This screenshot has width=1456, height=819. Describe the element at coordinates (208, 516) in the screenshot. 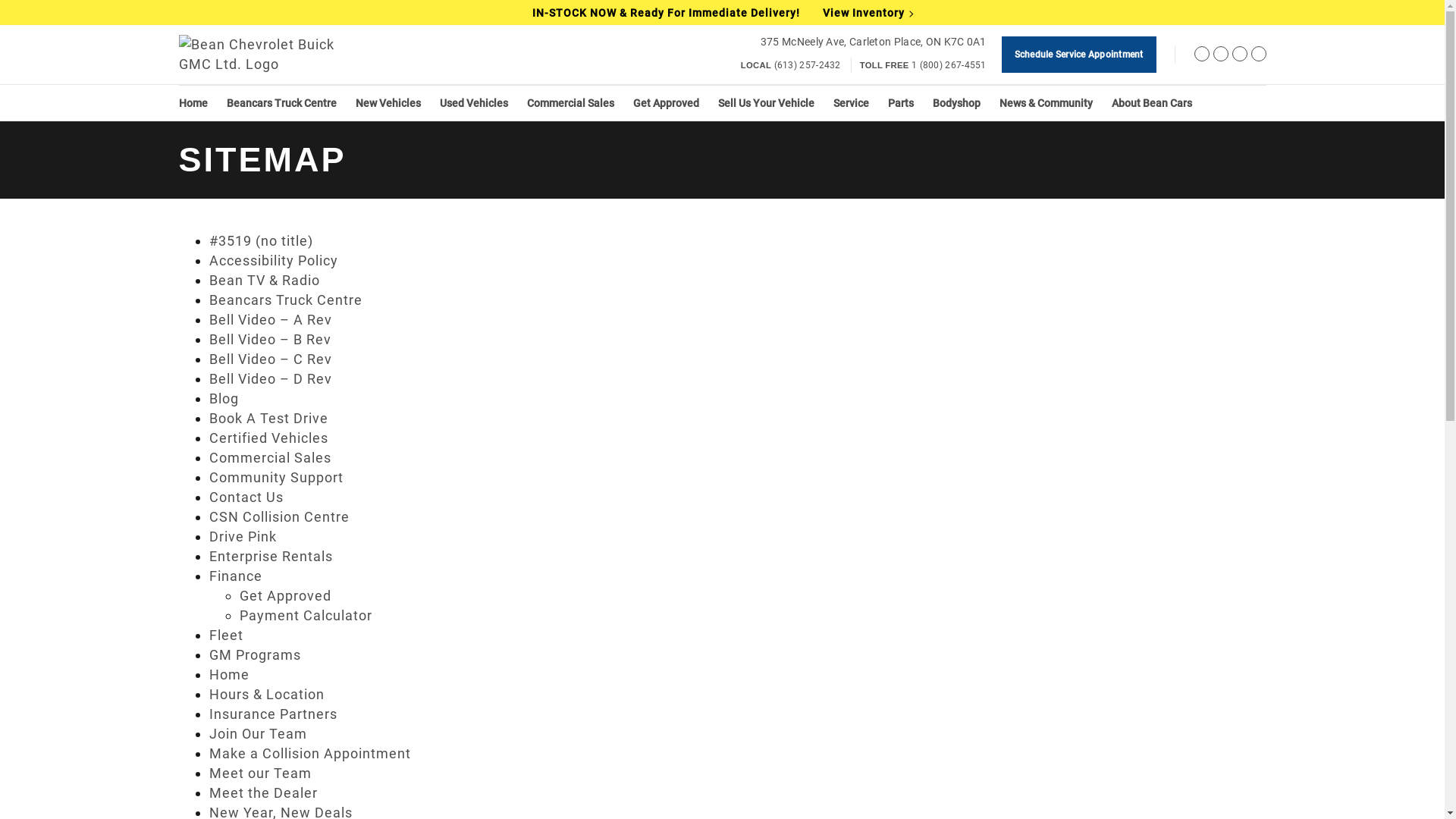

I see `'CSN Collision Centre'` at that location.